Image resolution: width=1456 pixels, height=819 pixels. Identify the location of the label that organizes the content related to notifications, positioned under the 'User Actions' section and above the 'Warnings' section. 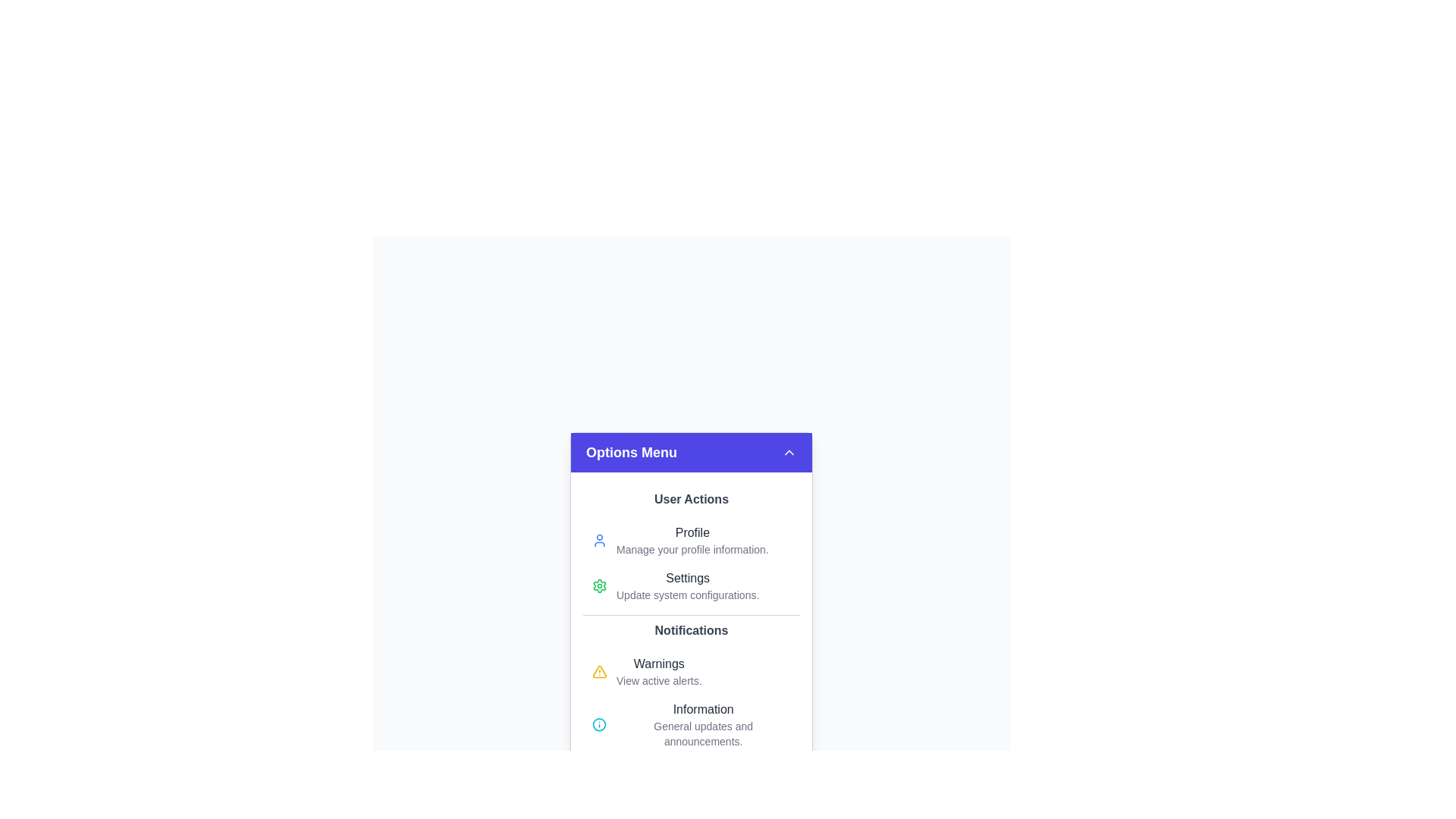
(691, 631).